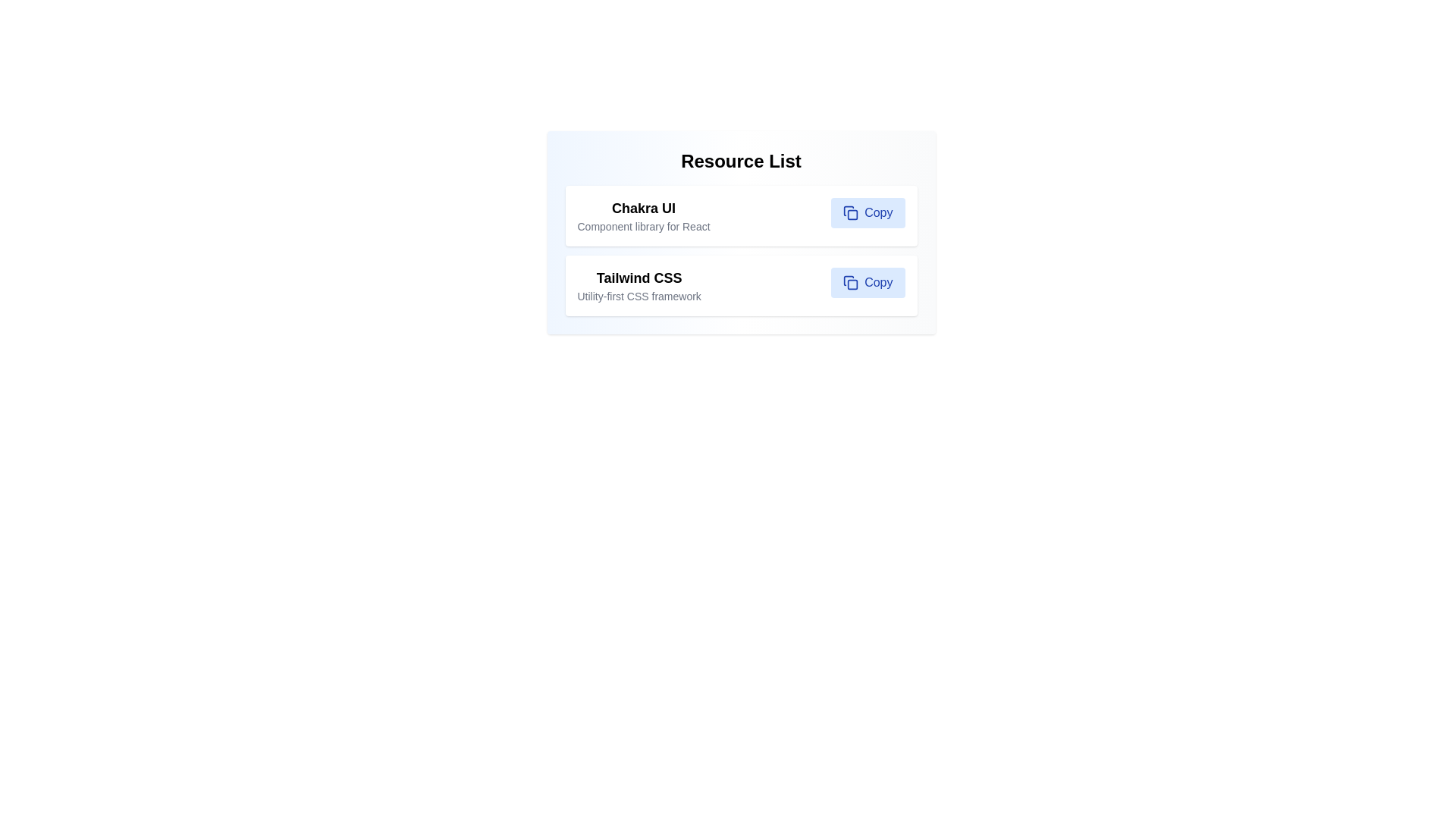 The width and height of the screenshot is (1456, 819). I want to click on the 'Copy' button located at the top-right corner of the 'Chakra UI' card, just below the 'Resource List' title, so click(868, 213).